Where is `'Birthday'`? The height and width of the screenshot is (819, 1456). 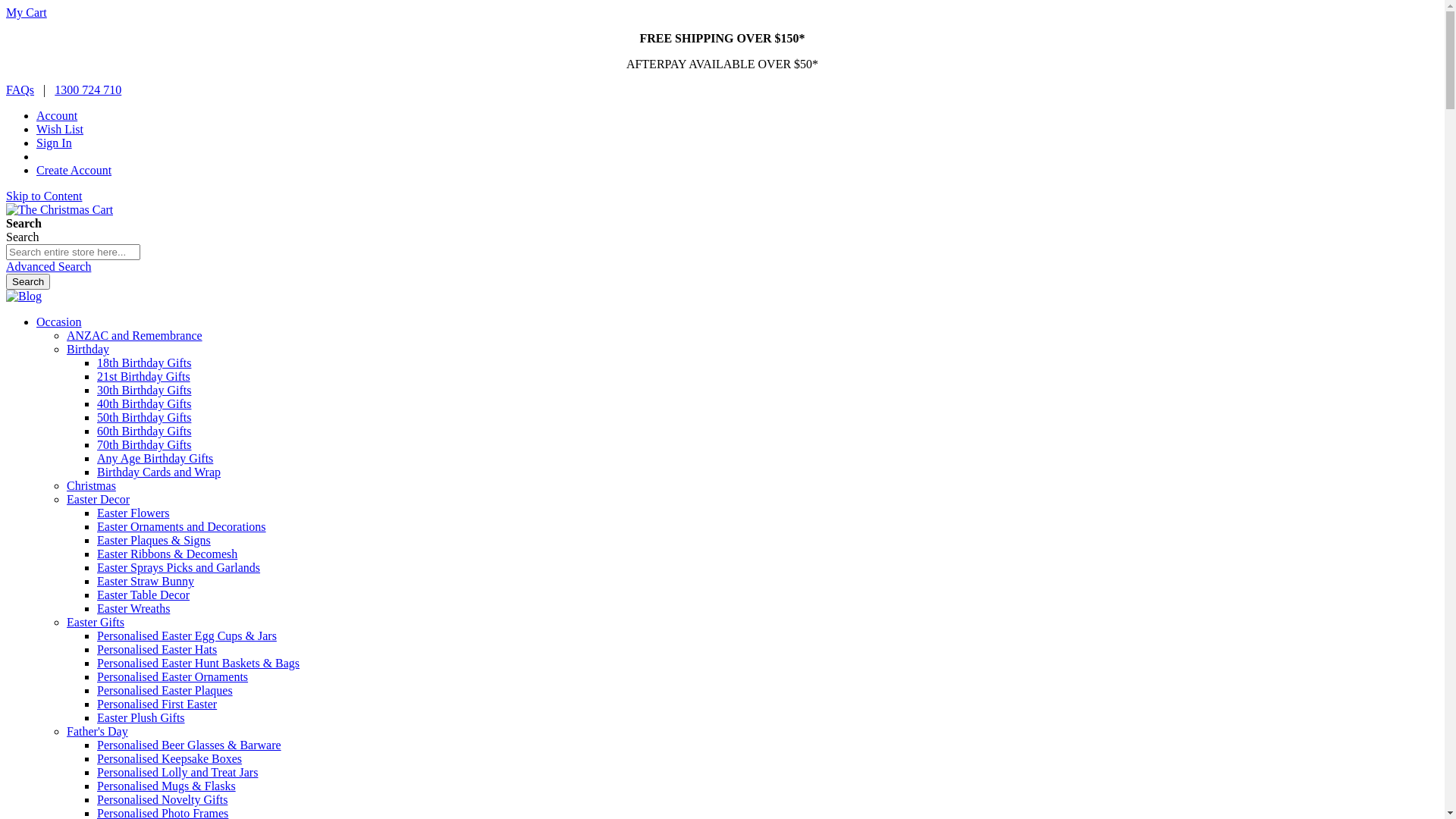 'Birthday' is located at coordinates (86, 349).